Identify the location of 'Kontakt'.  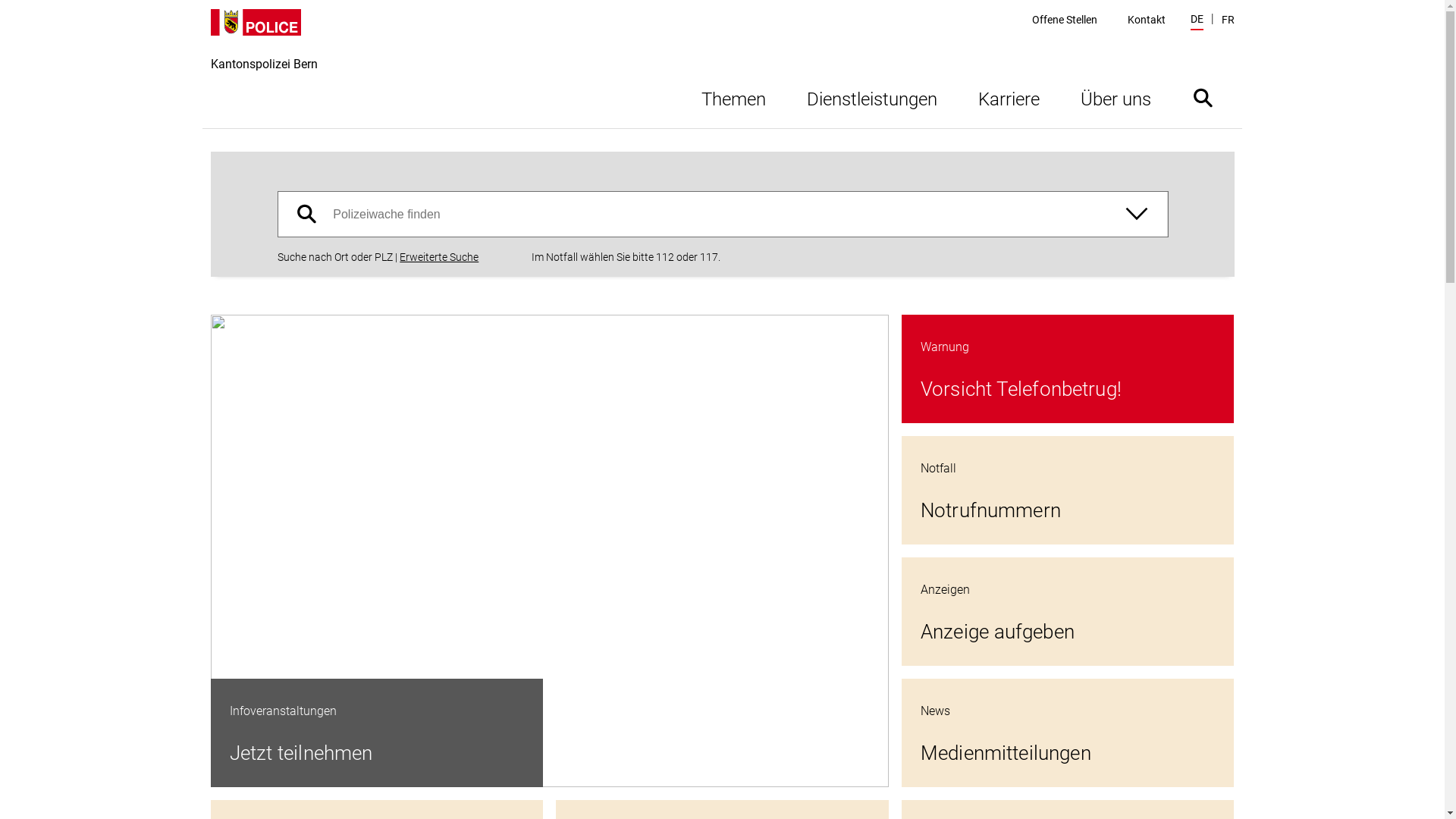
(1147, 20).